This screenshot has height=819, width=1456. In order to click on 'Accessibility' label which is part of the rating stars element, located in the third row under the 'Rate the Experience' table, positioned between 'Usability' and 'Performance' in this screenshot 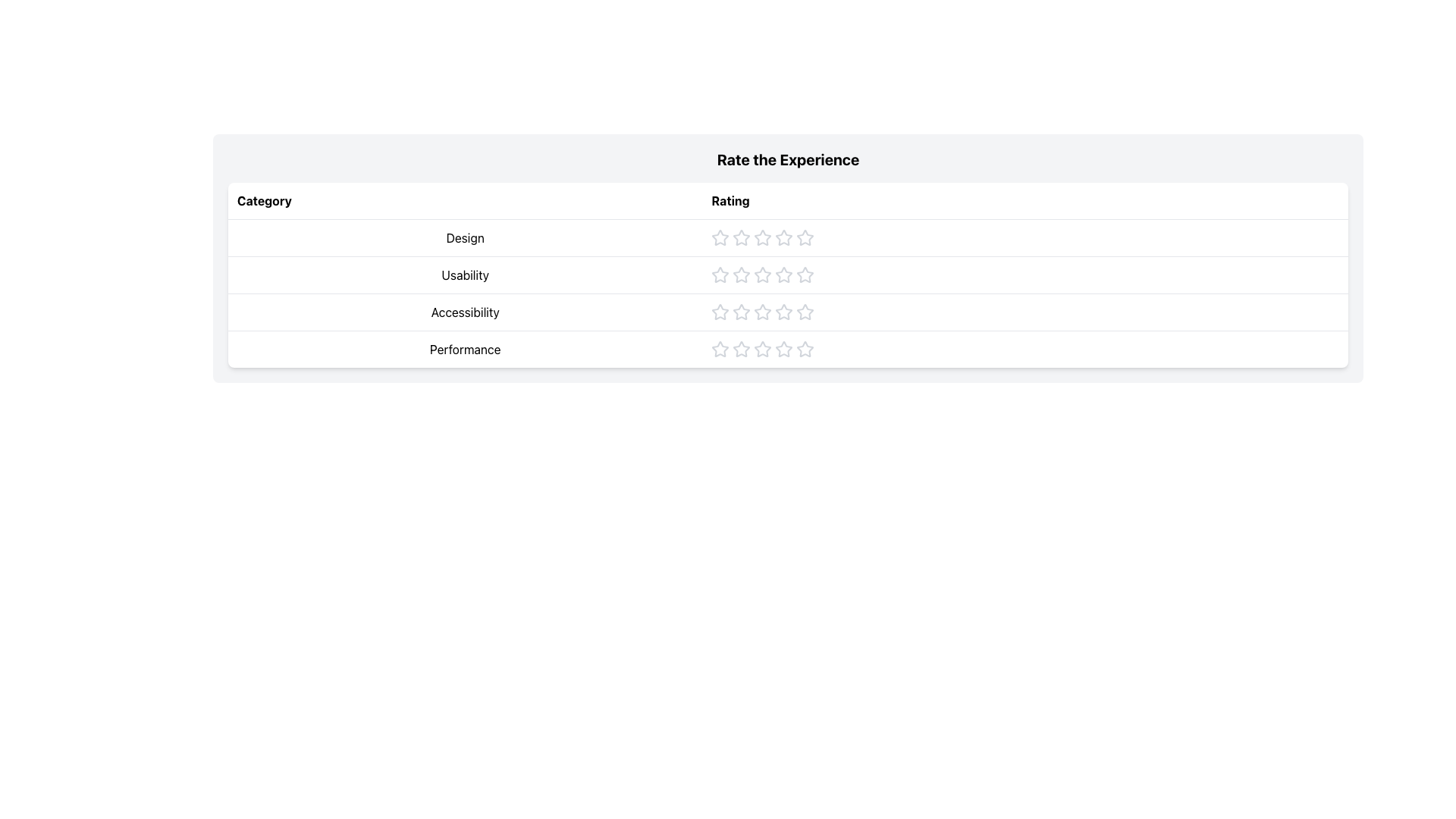, I will do `click(788, 312)`.